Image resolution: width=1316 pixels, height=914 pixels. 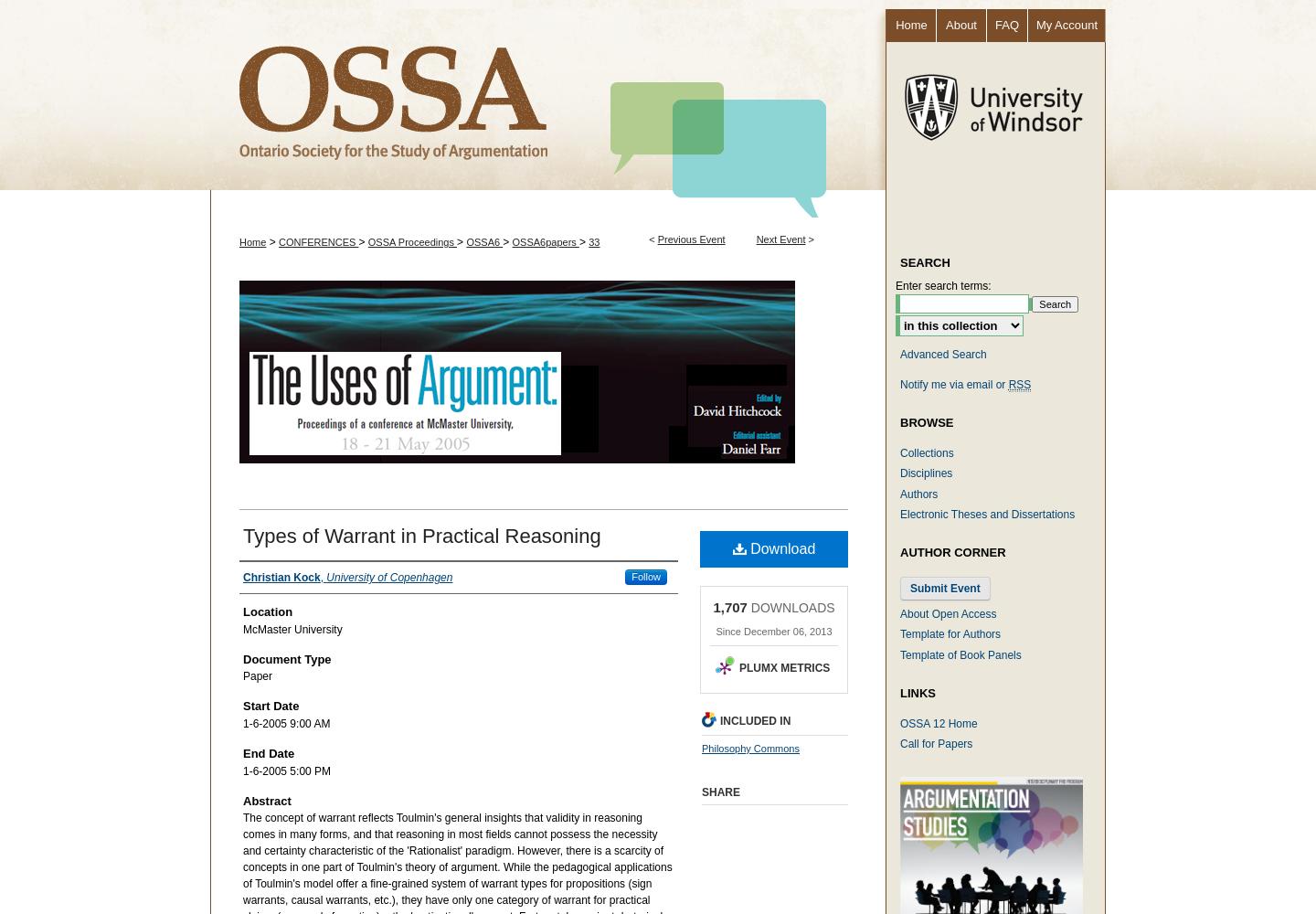 What do you see at coordinates (945, 589) in the screenshot?
I see `'Submit Event'` at bounding box center [945, 589].